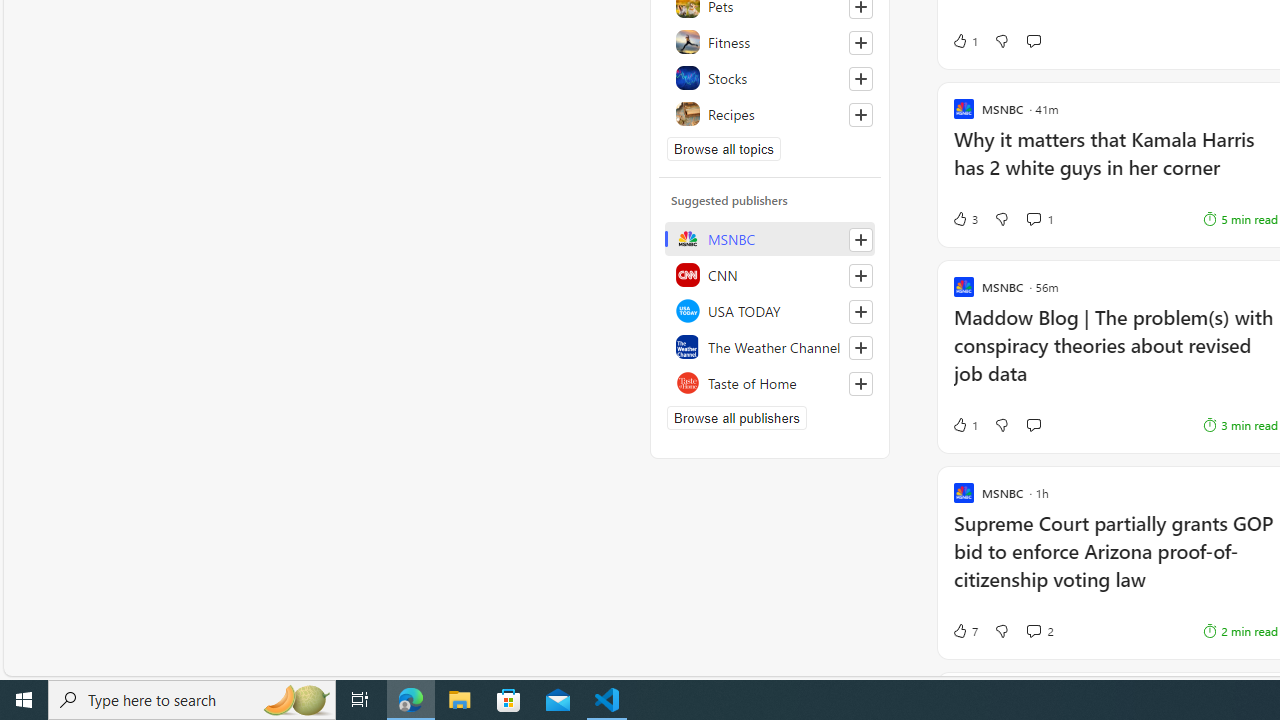 The width and height of the screenshot is (1280, 720). Describe the element at coordinates (1040, 219) in the screenshot. I see `'View comments 1 Comment'` at that location.